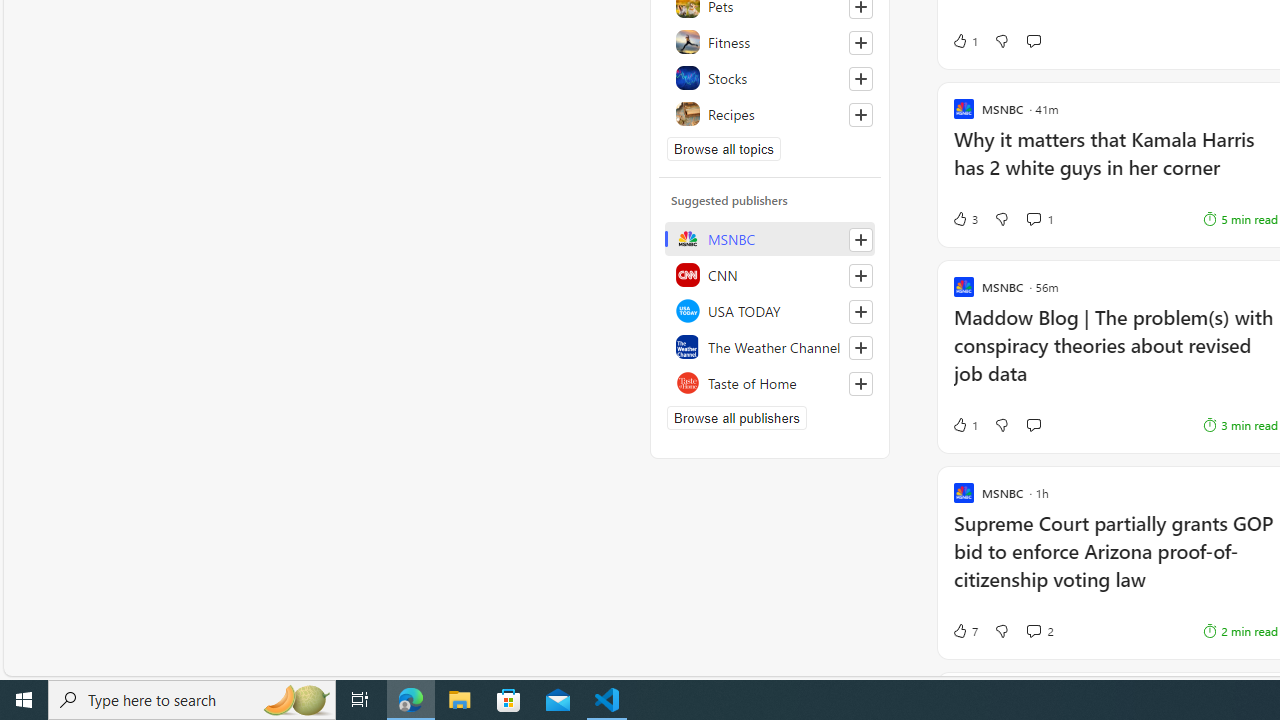 The width and height of the screenshot is (1280, 720). Describe the element at coordinates (1040, 219) in the screenshot. I see `'View comments 1 Comment'` at that location.